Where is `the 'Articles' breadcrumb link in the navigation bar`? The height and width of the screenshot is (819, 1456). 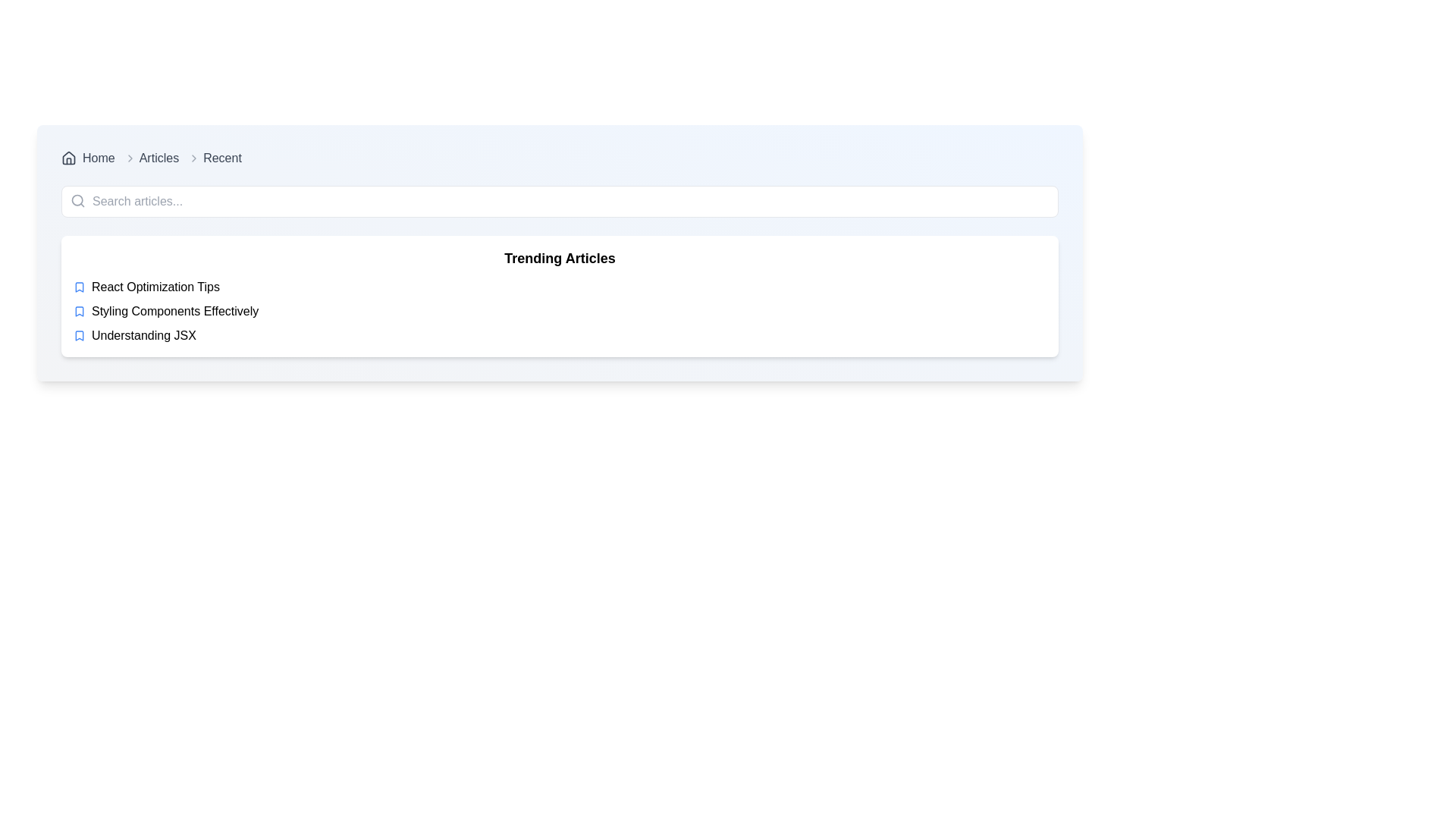
the 'Articles' breadcrumb link in the navigation bar is located at coordinates (149, 158).